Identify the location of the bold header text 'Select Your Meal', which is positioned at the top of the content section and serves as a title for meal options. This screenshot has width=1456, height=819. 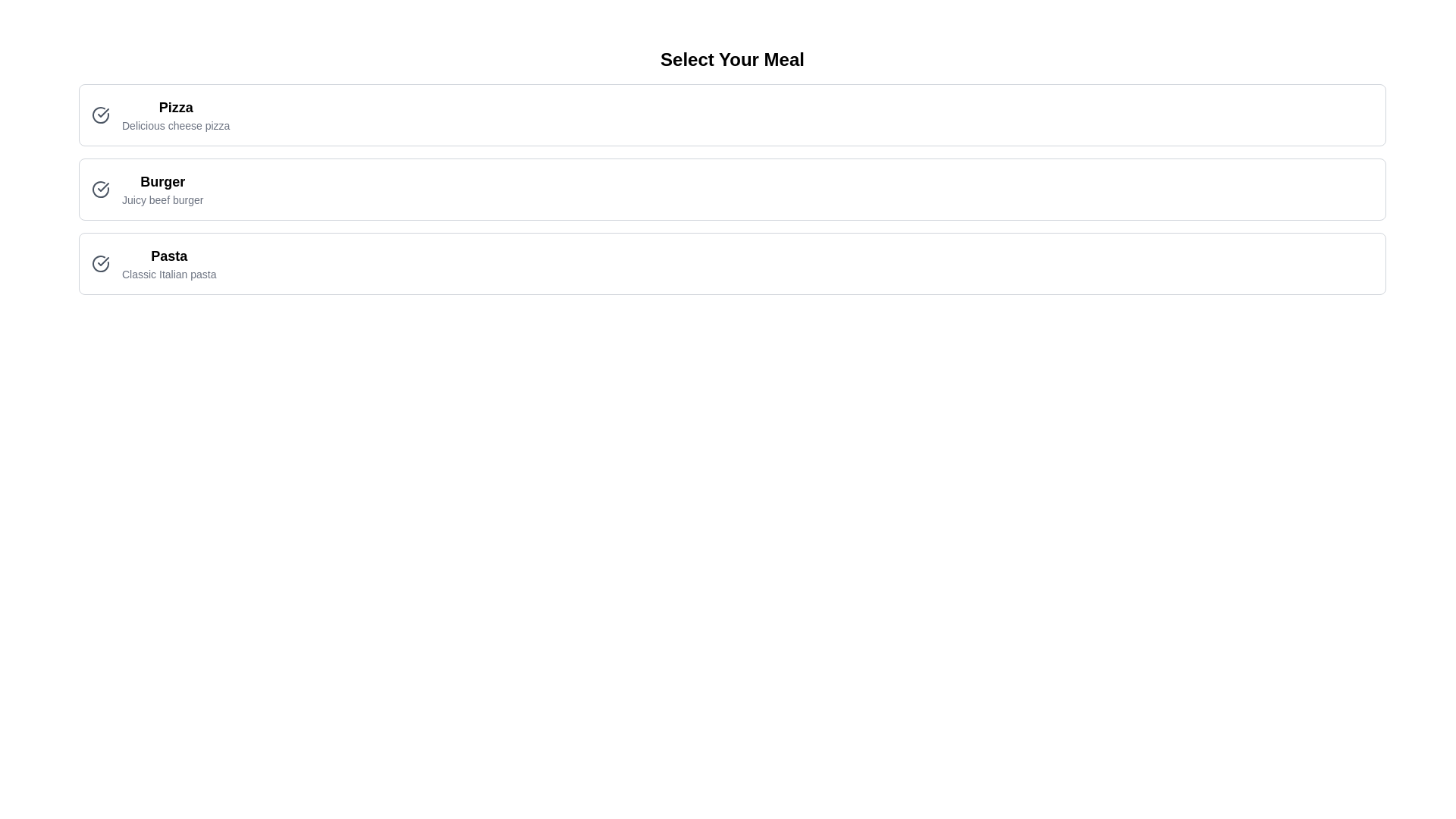
(732, 58).